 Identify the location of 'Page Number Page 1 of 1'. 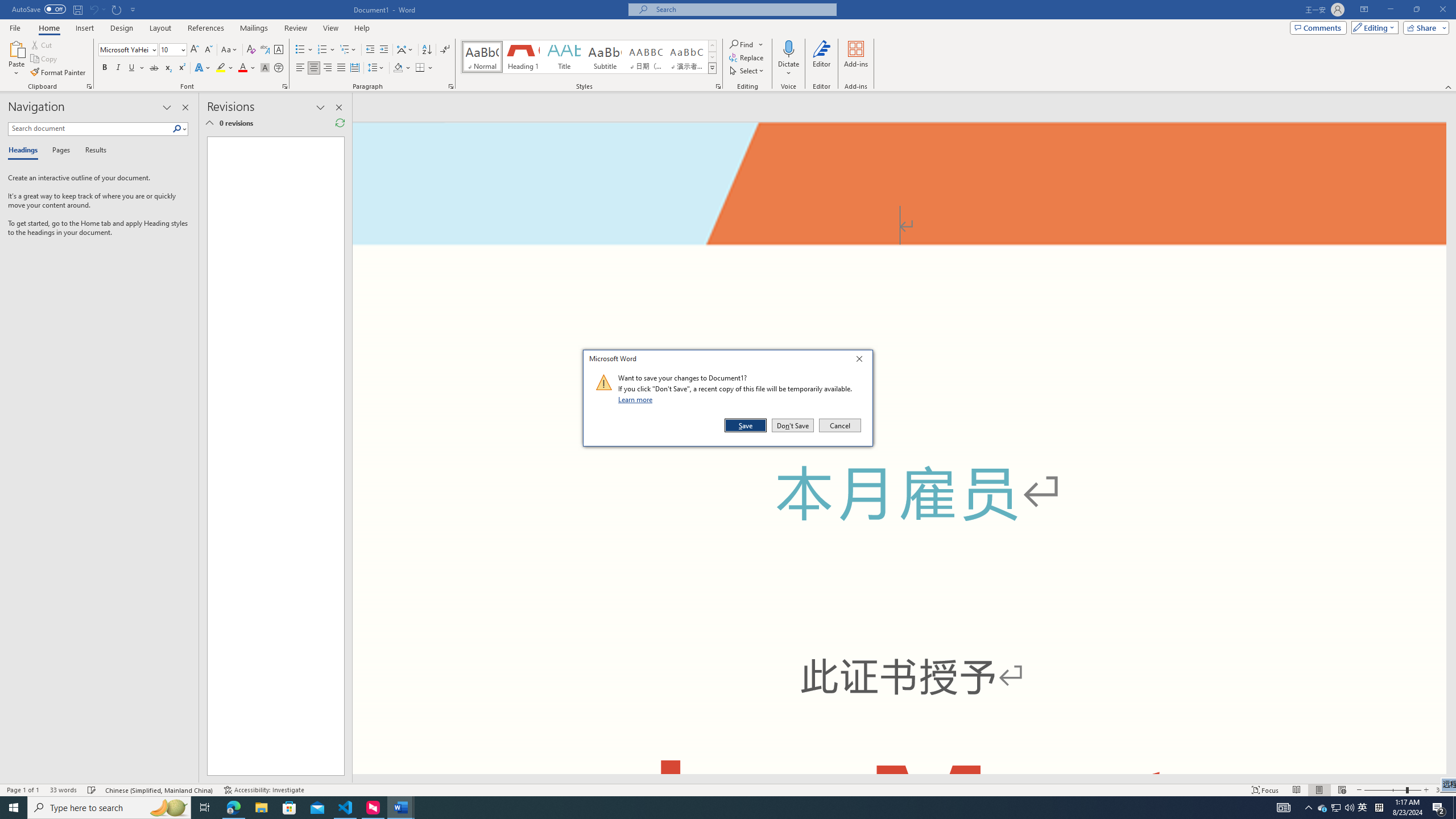
(23, 790).